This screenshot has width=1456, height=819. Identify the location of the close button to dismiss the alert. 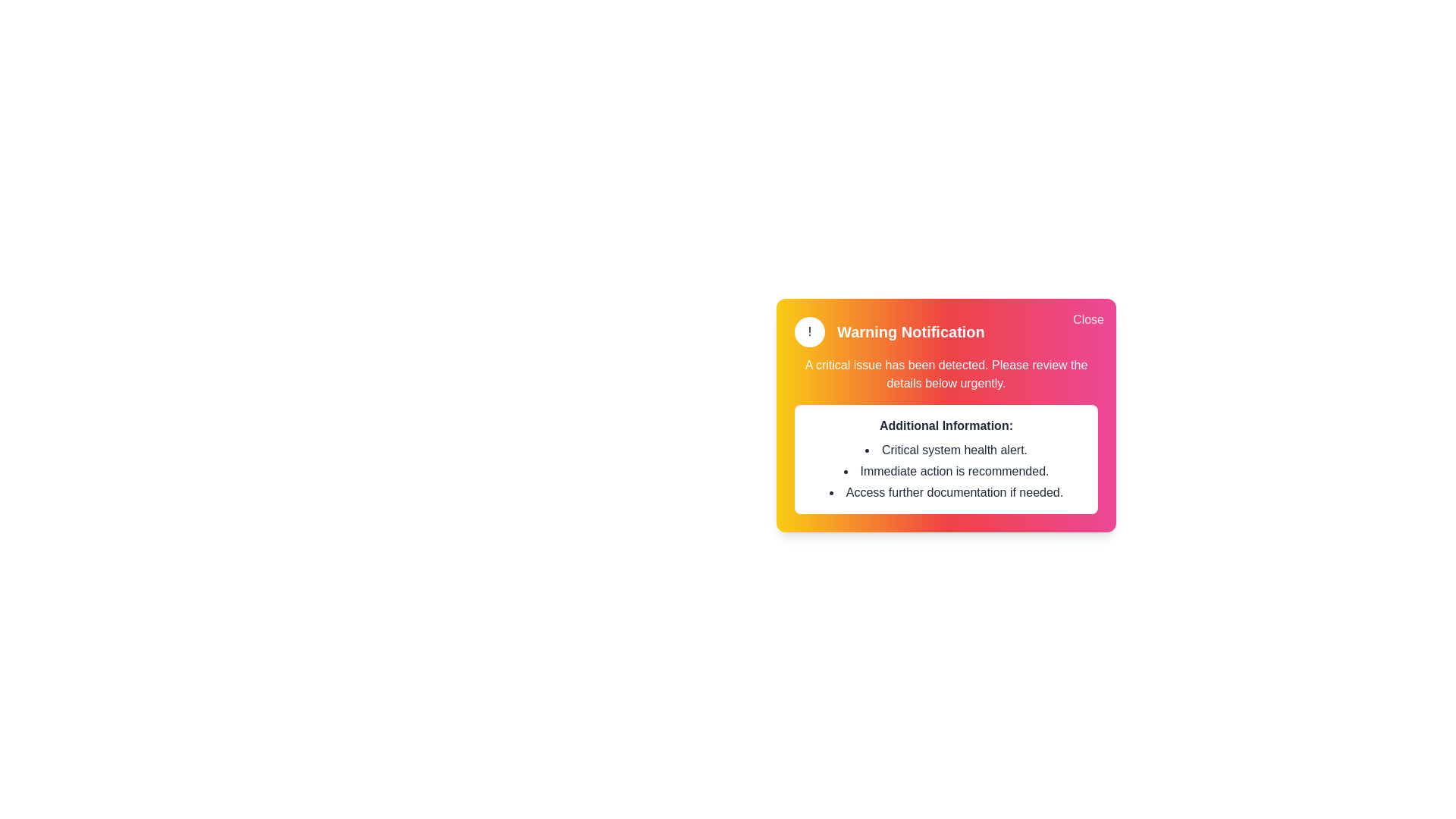
(1087, 318).